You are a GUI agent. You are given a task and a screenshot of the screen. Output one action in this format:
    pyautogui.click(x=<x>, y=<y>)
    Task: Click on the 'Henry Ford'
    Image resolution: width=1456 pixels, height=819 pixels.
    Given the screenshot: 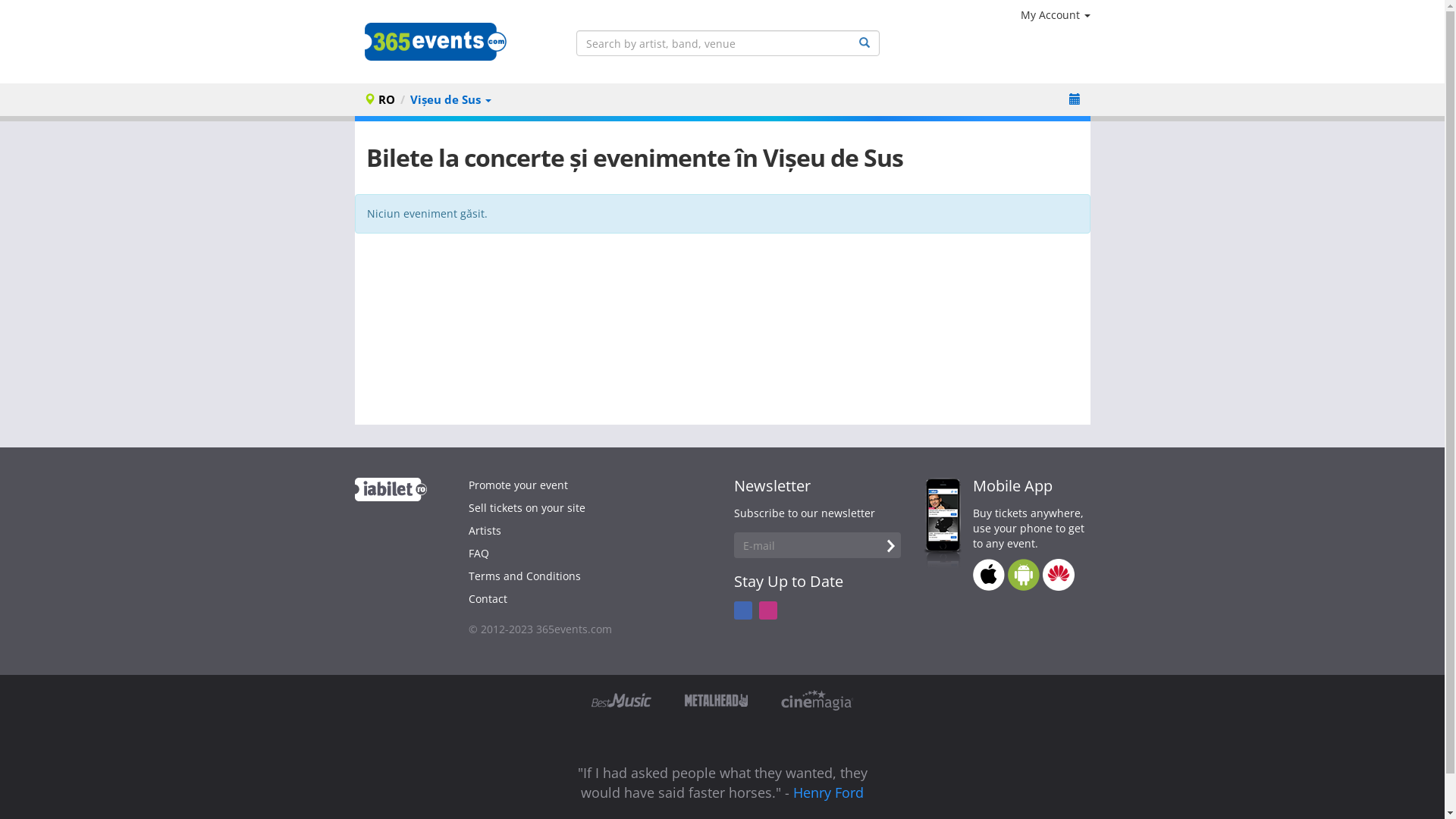 What is the action you would take?
    pyautogui.click(x=827, y=792)
    